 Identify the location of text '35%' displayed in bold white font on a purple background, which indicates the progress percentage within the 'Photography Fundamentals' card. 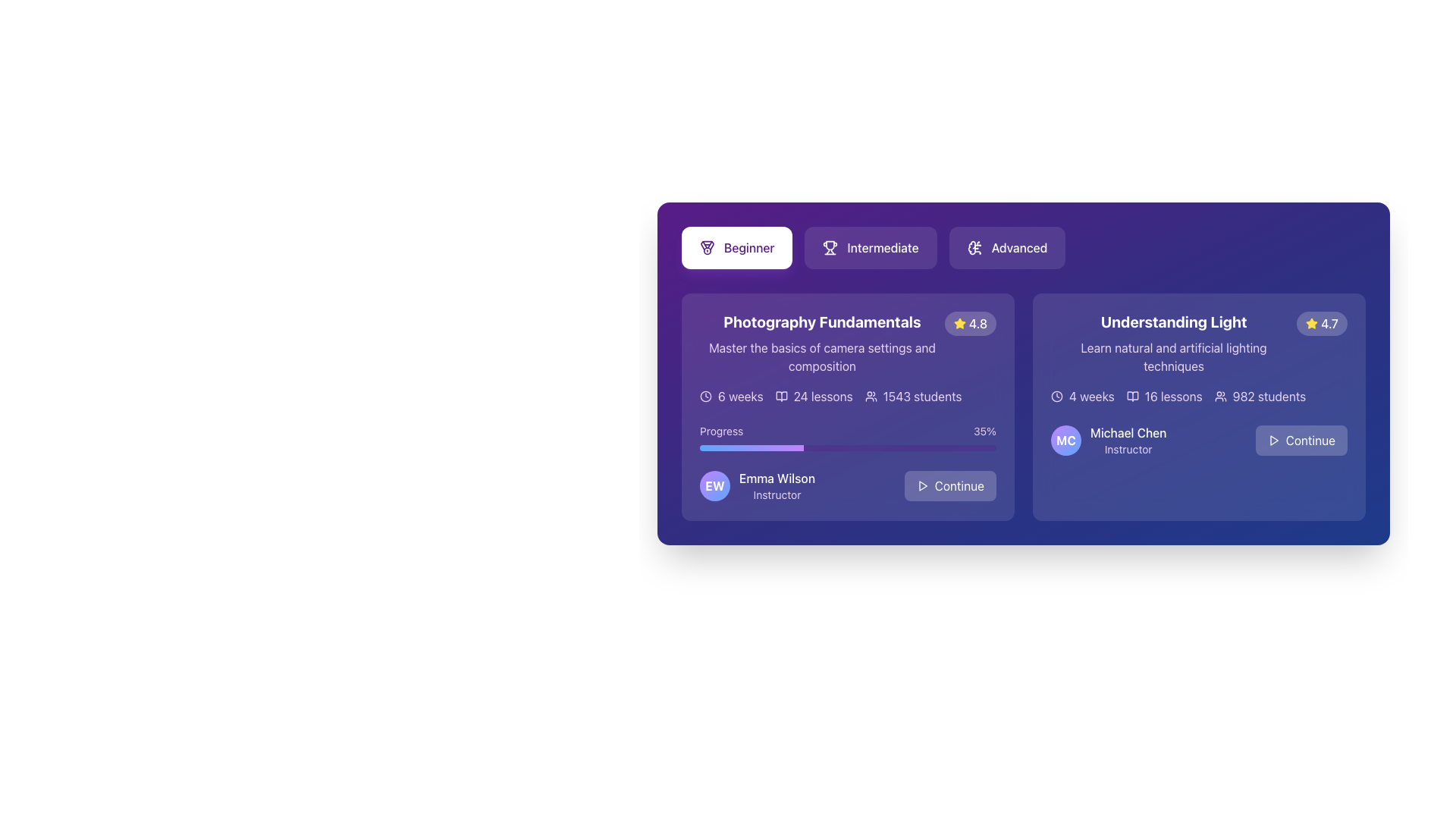
(985, 431).